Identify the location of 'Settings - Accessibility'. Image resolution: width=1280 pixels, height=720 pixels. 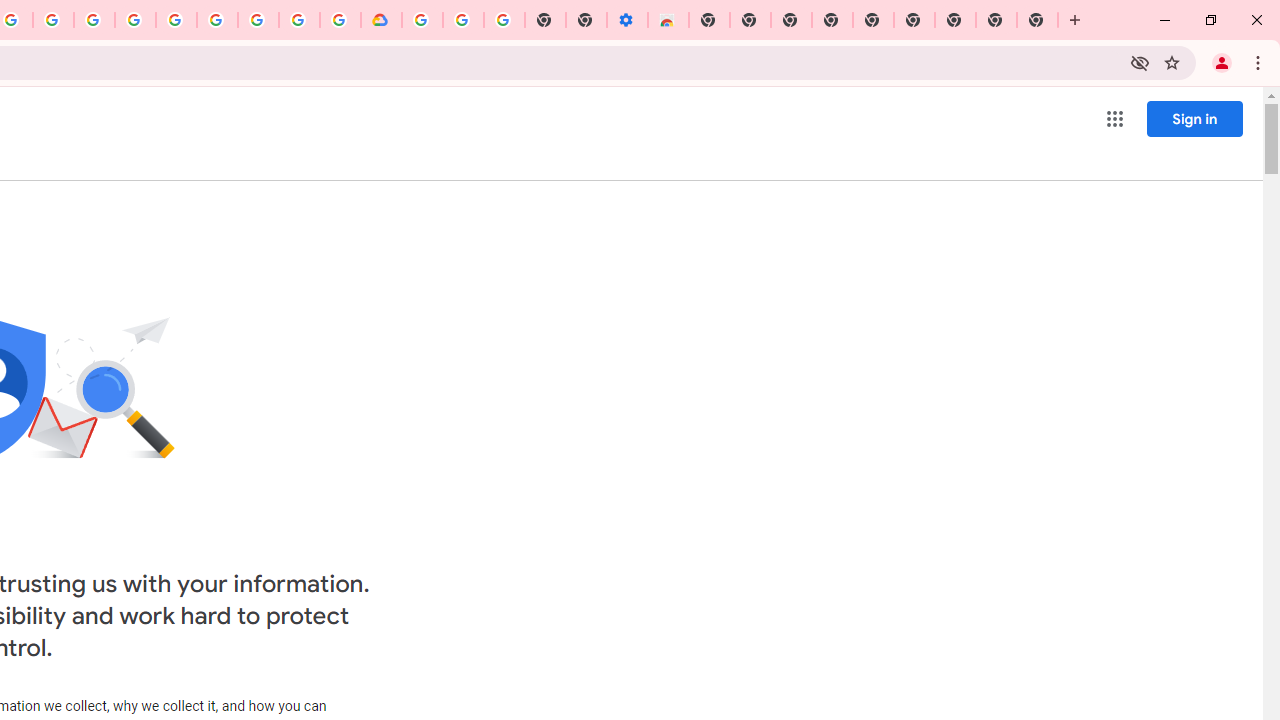
(626, 20).